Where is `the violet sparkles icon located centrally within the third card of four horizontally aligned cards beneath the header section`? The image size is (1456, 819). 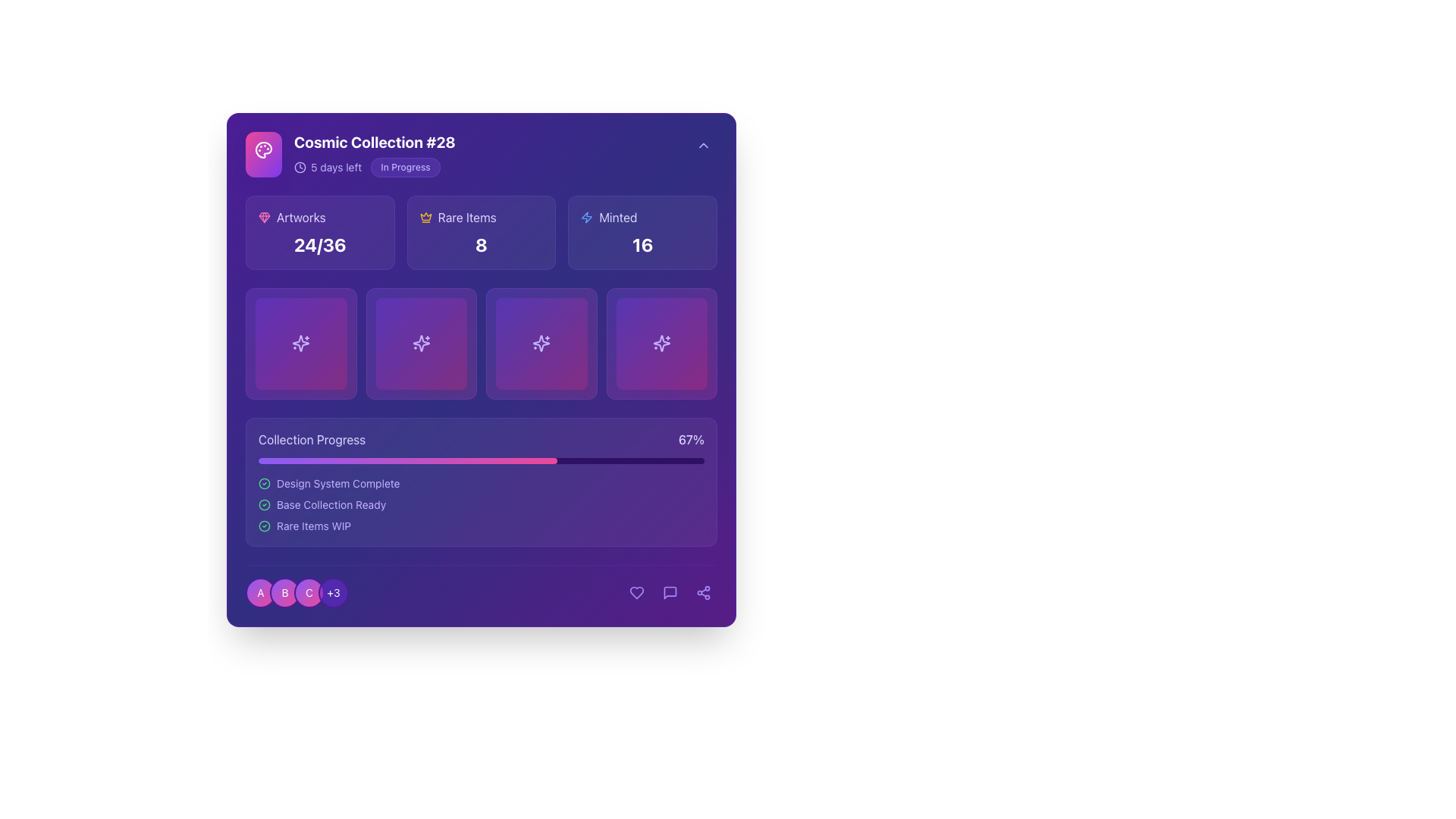
the violet sparkles icon located centrally within the third card of four horizontally aligned cards beneath the header section is located at coordinates (421, 344).